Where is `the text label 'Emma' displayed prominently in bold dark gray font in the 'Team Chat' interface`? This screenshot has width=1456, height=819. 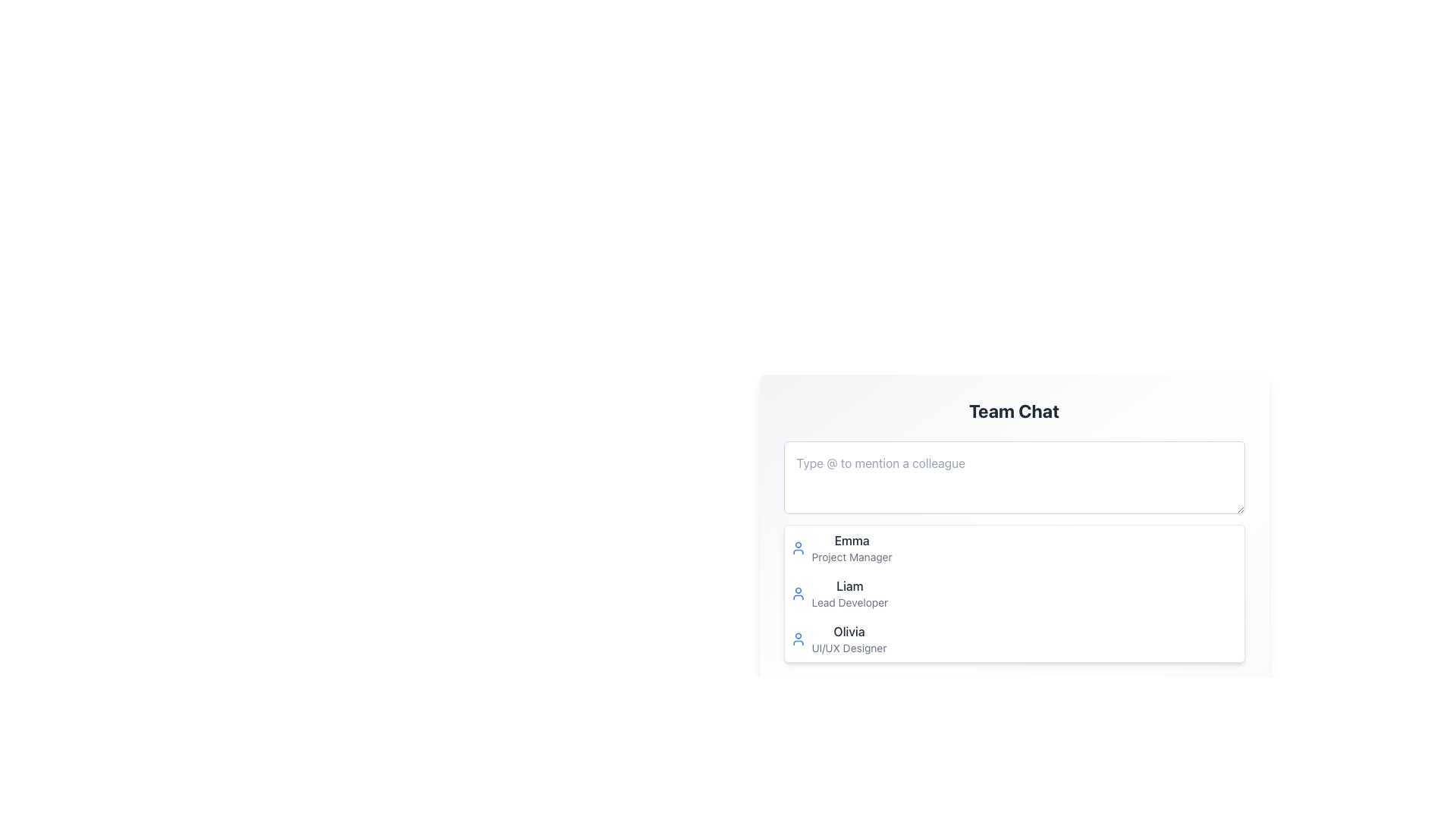 the text label 'Emma' displayed prominently in bold dark gray font in the 'Team Chat' interface is located at coordinates (852, 540).